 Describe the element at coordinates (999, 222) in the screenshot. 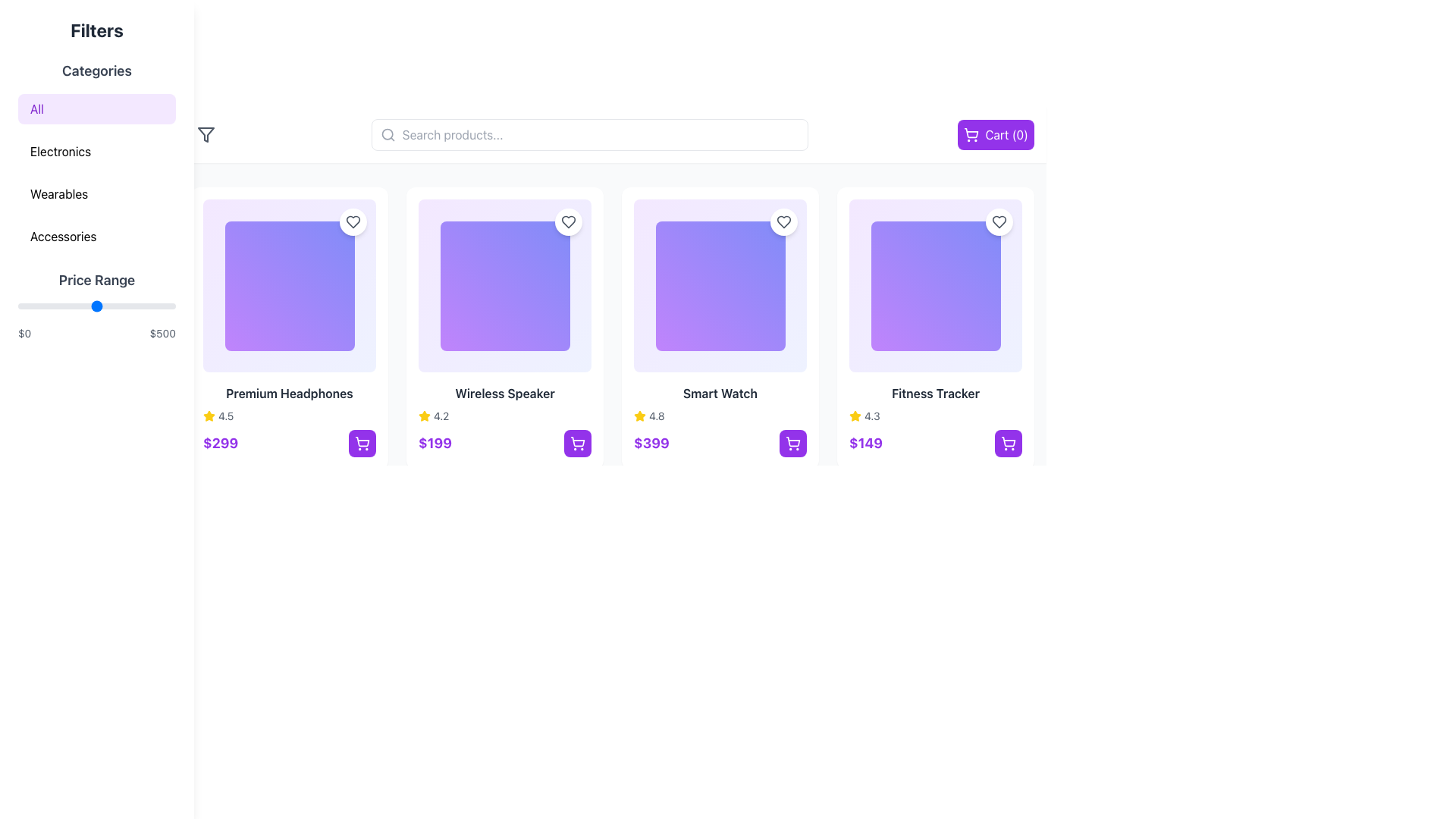

I see `the heart icon button located` at that location.